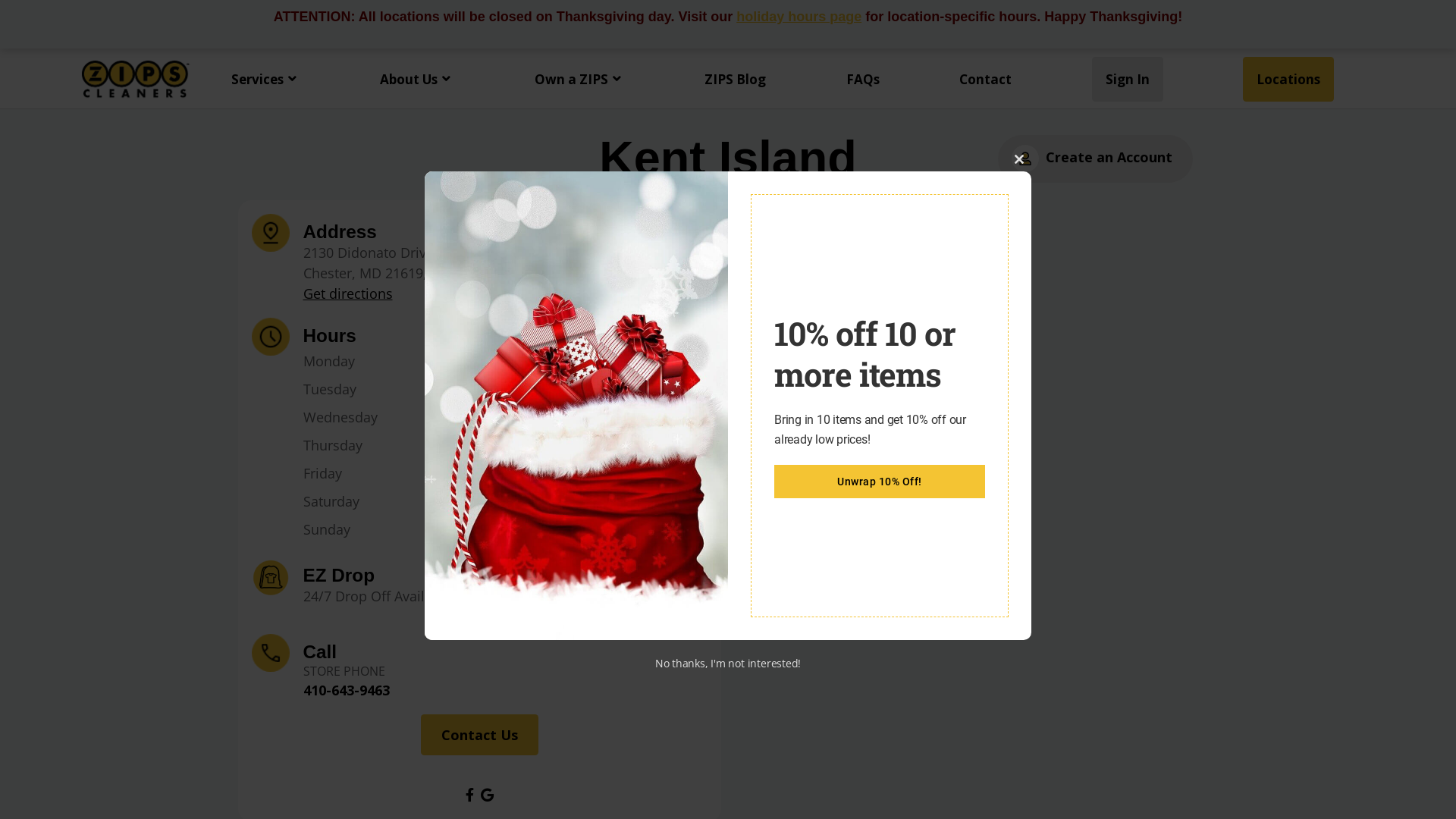 Image resolution: width=1456 pixels, height=819 pixels. I want to click on 'Visit Google profile for this location', so click(487, 794).